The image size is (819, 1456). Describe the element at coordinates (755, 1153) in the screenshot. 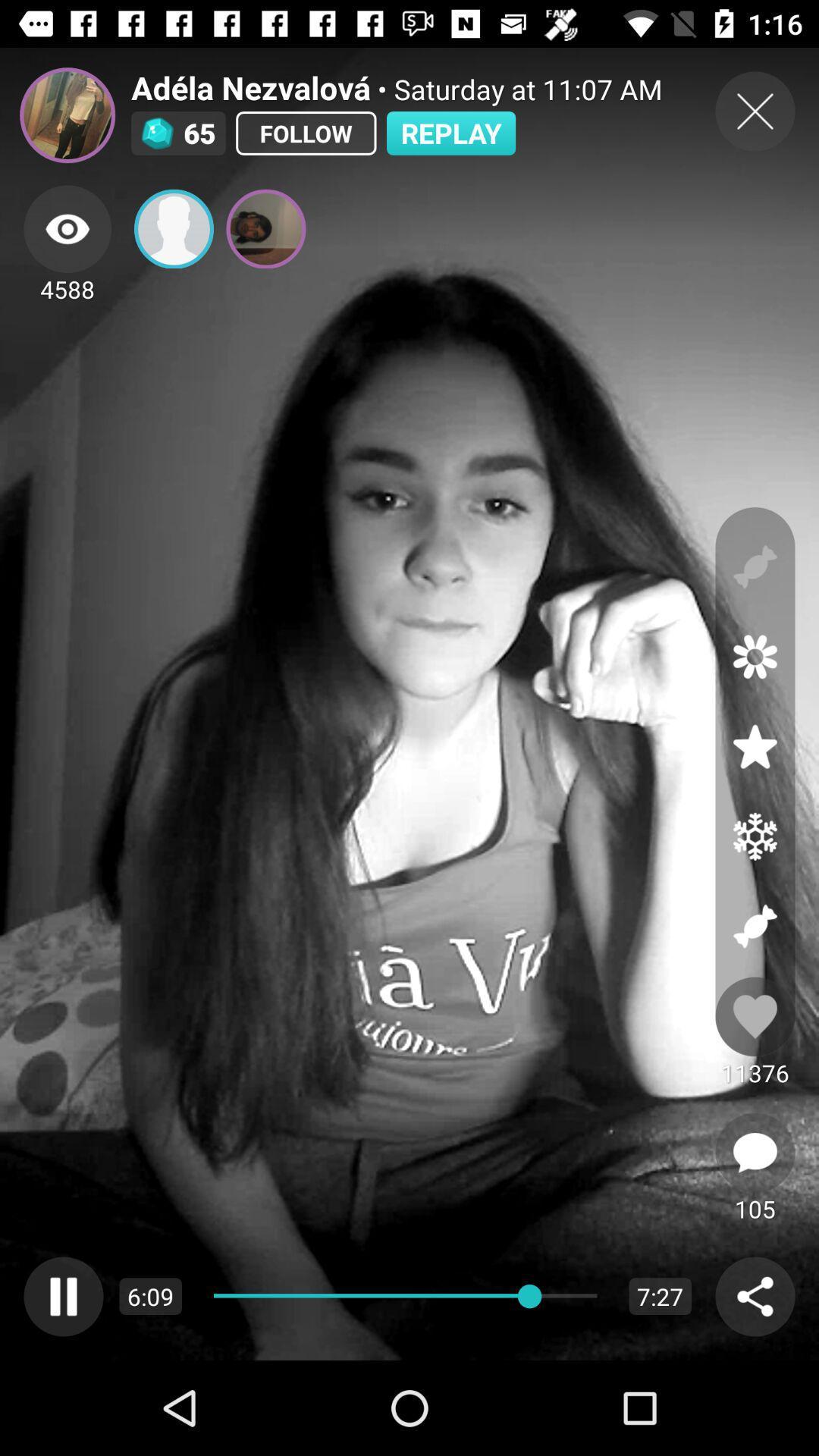

I see `type the text` at that location.